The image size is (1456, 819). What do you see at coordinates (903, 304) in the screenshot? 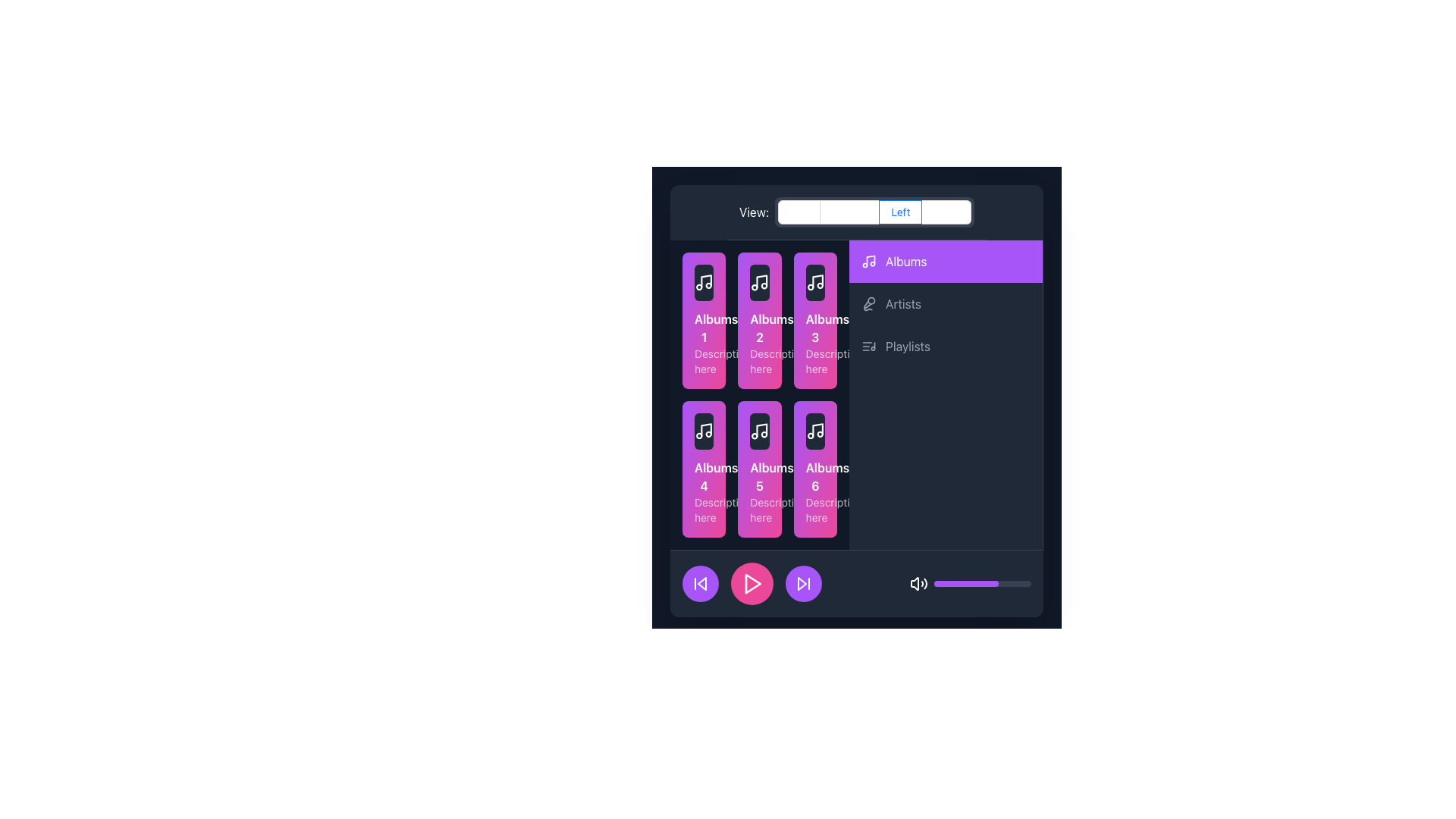
I see `the 'Artists' text label in the sidebar menu` at bounding box center [903, 304].